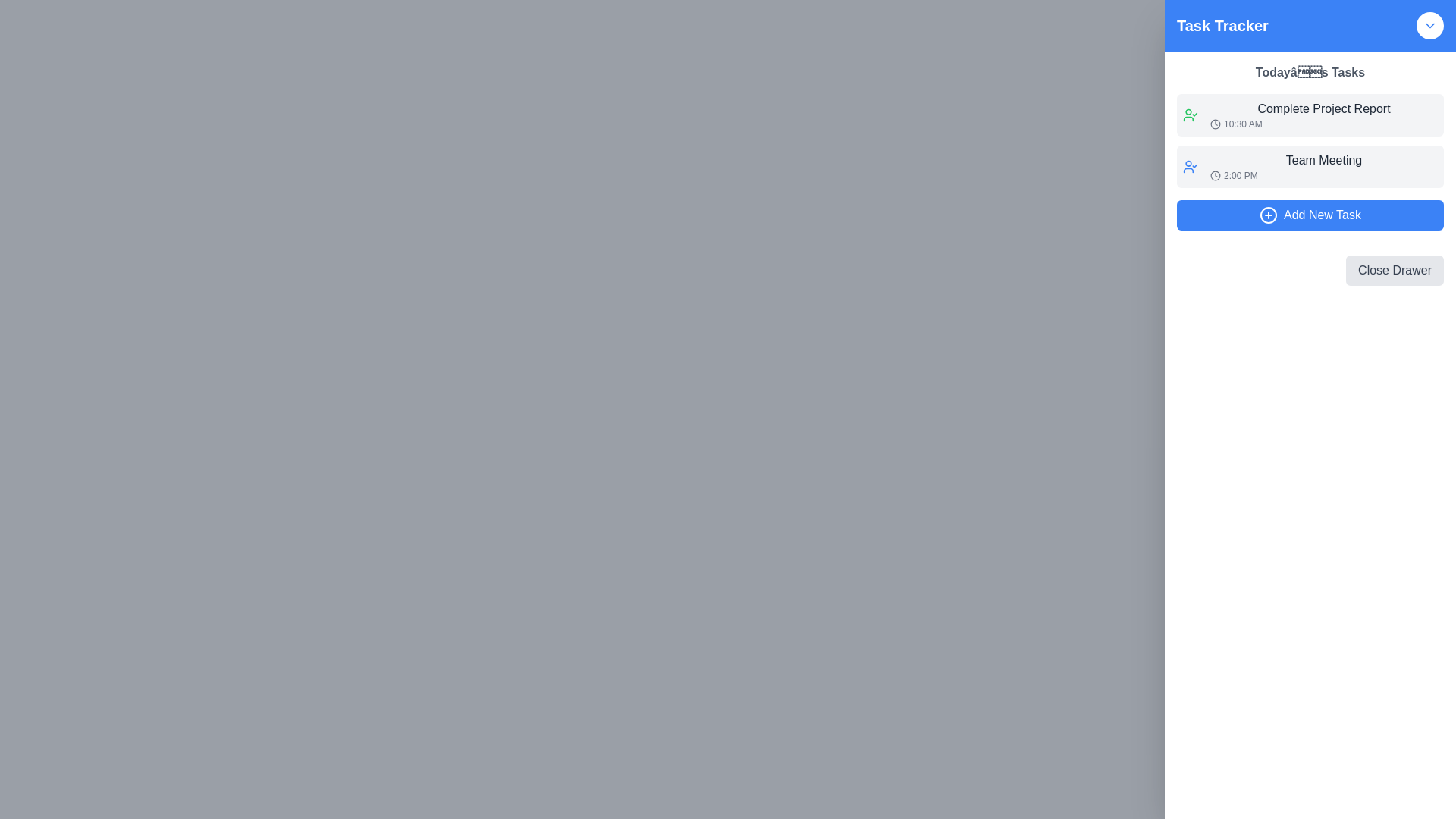 The height and width of the screenshot is (819, 1456). I want to click on the task entry titled 'Complete Project Report', so click(1310, 114).